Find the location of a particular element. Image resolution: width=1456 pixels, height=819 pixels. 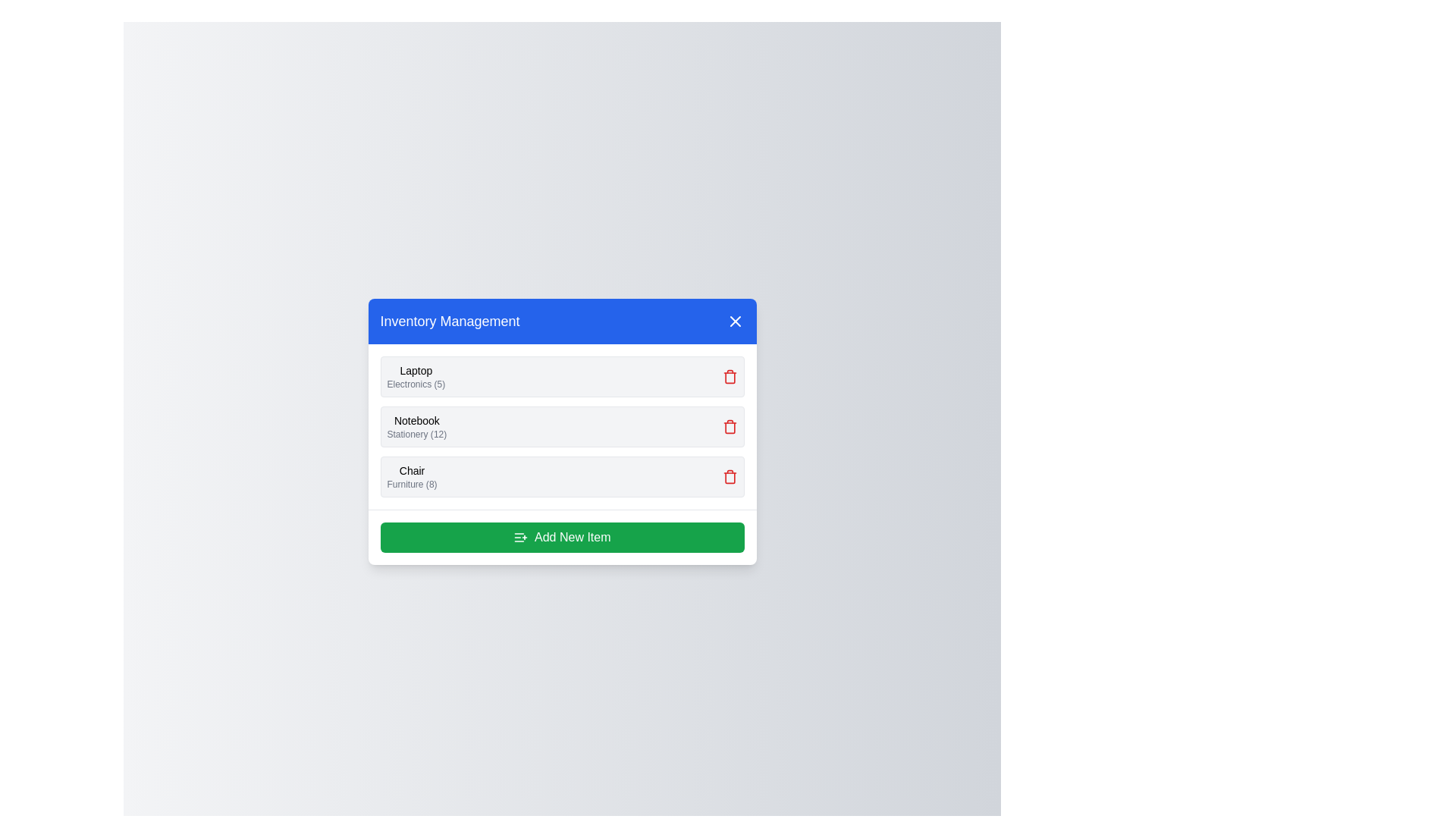

the 'Add New Item' button to initiate the process of adding a new inventory item is located at coordinates (561, 536).